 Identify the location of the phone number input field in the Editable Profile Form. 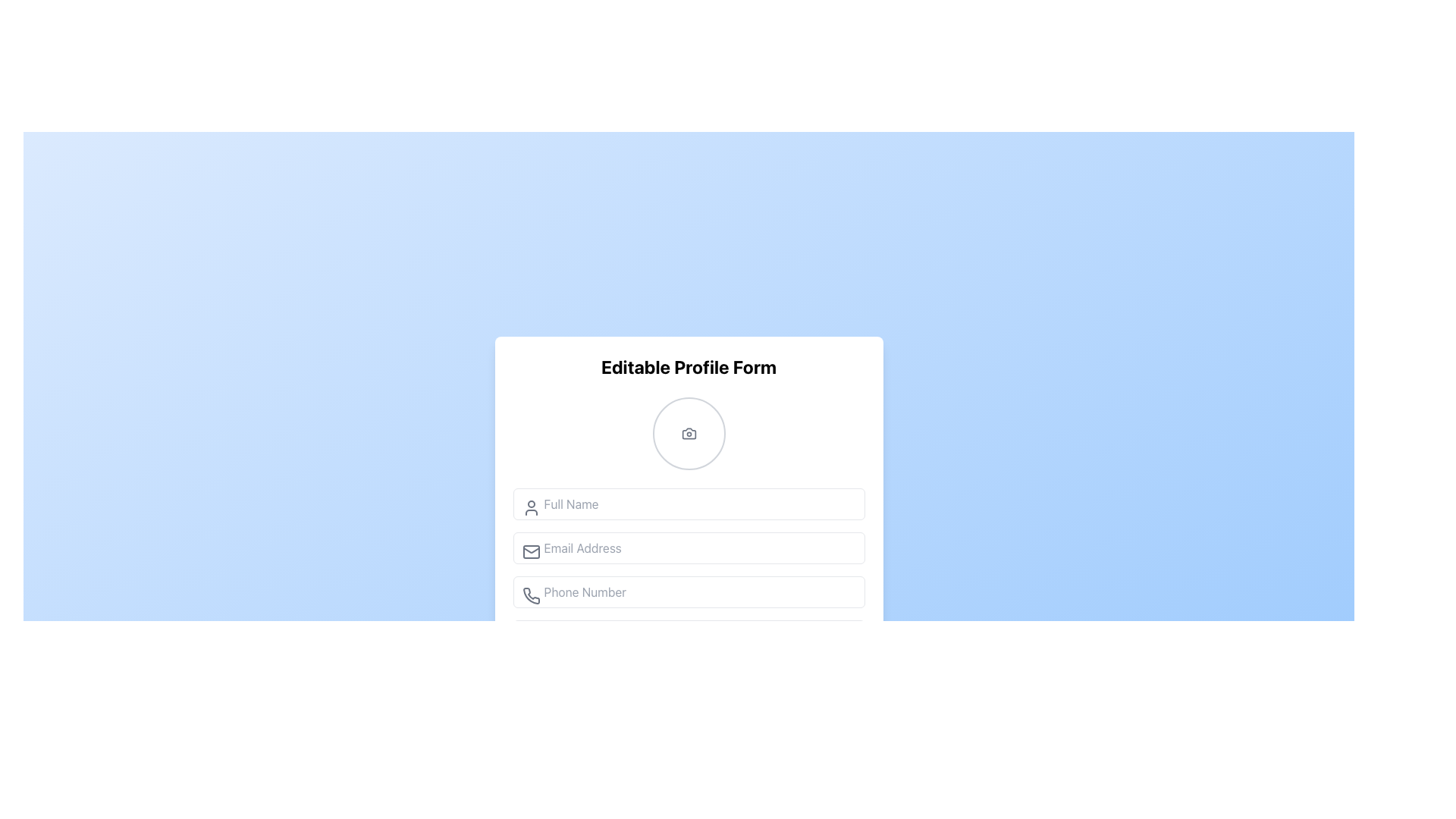
(688, 607).